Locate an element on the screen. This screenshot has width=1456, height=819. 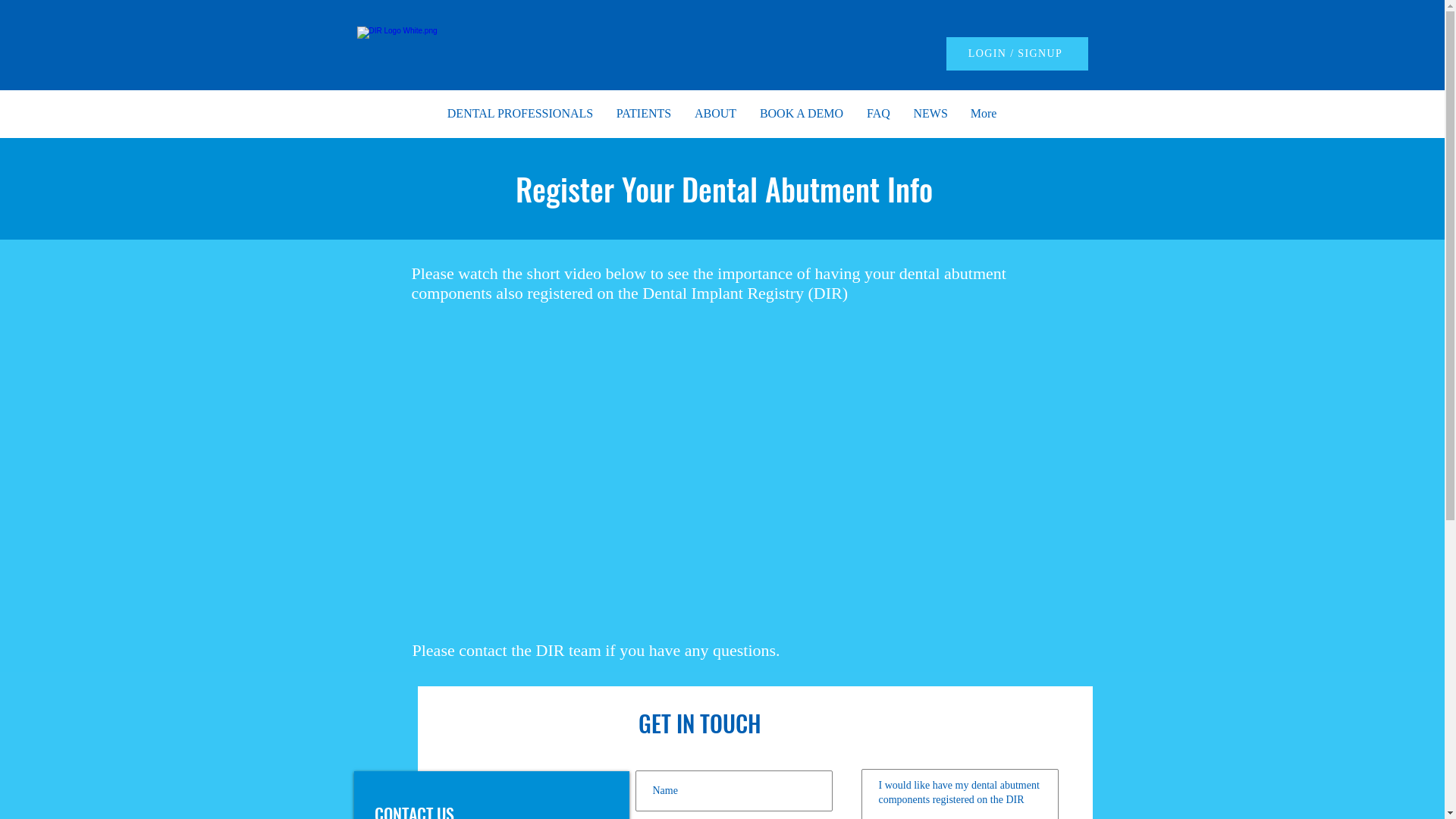
'NEWS' is located at coordinates (902, 113).